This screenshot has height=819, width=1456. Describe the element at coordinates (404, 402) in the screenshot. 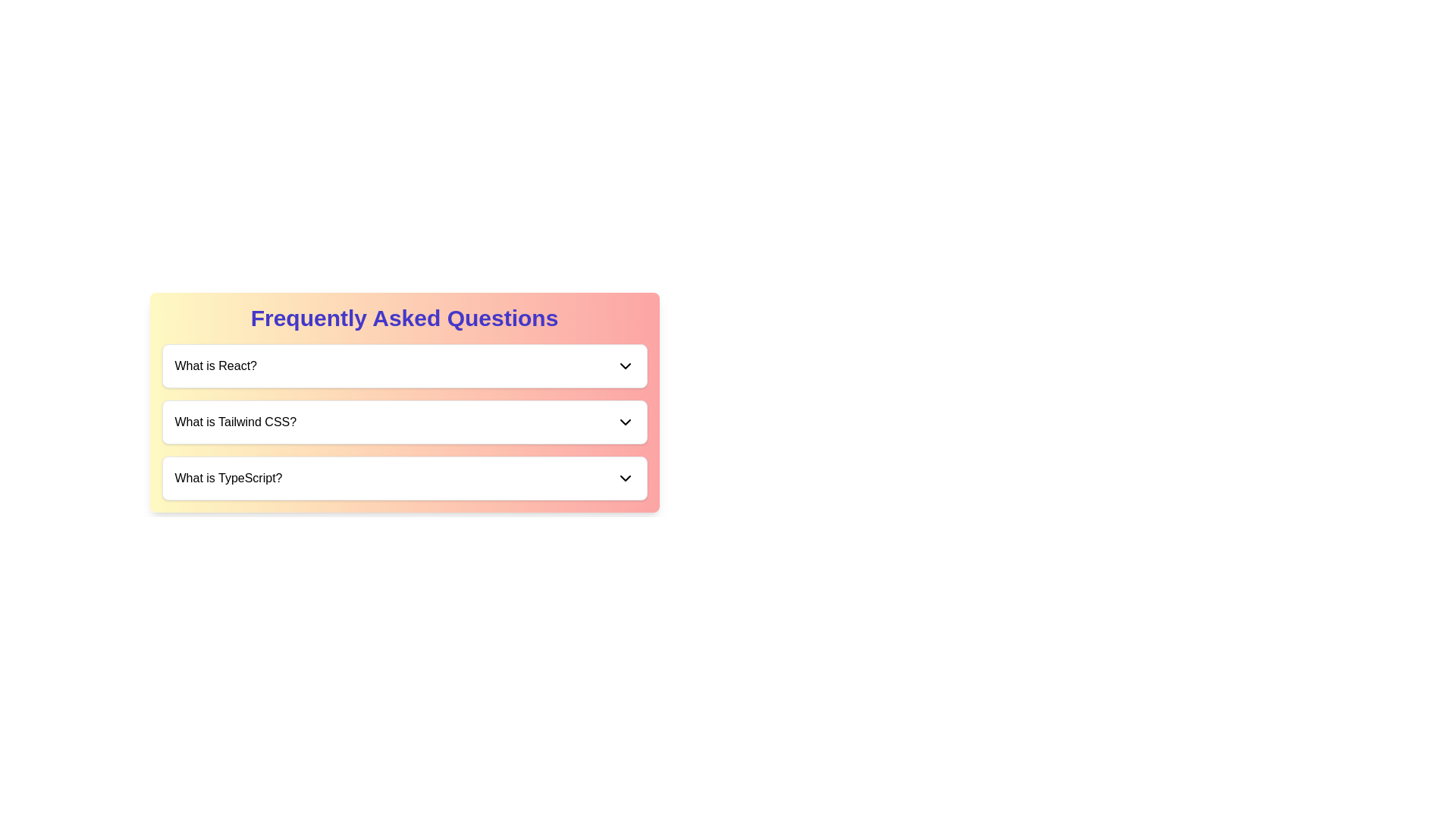

I see `the 'Frequently Asked Questions' Content Panel to interact with specific questions` at that location.